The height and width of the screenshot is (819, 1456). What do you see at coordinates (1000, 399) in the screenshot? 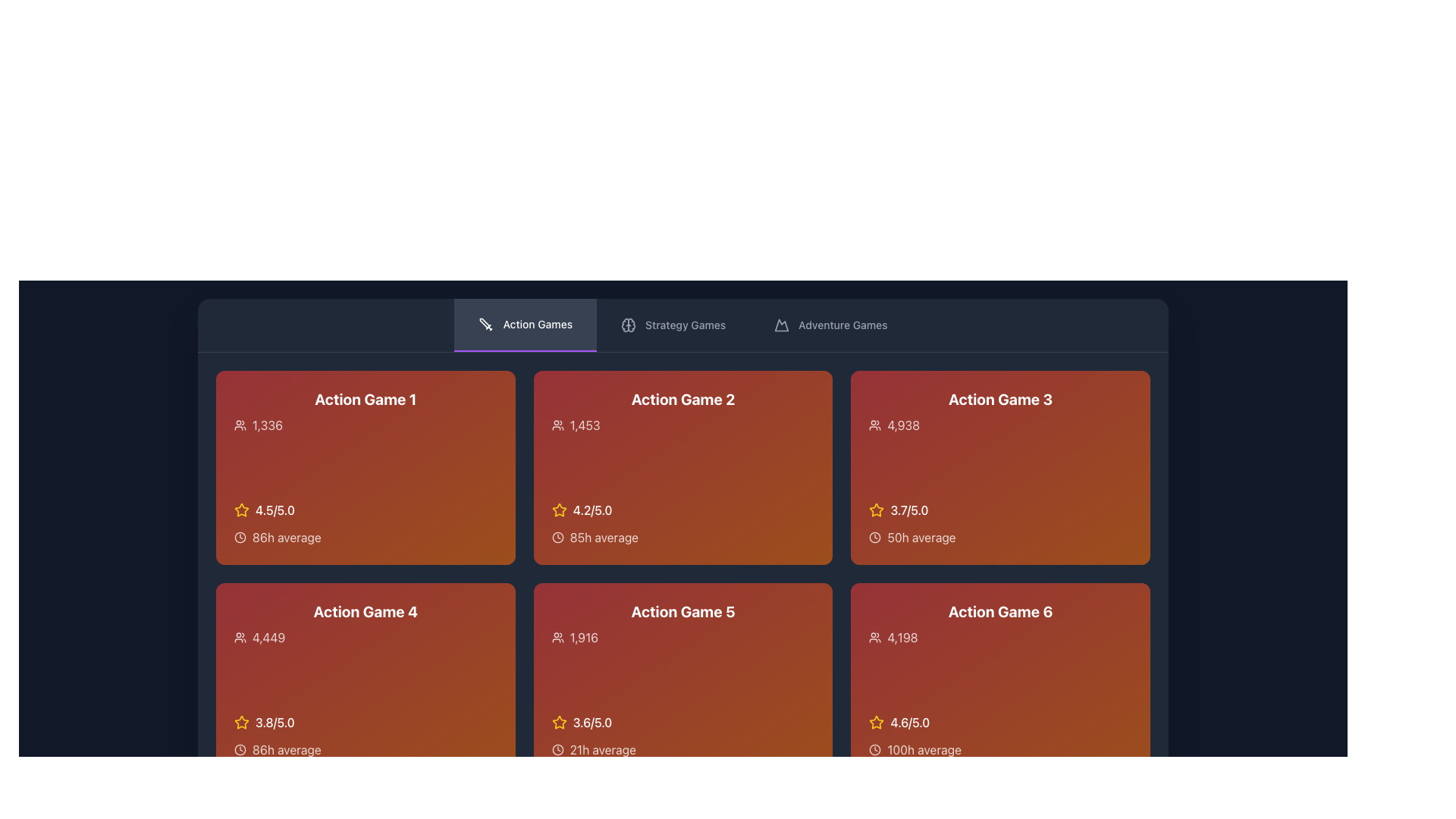
I see `text label that serves as the title for the game in the first row and third column of the grid layout under the 'Action Games' section` at bounding box center [1000, 399].